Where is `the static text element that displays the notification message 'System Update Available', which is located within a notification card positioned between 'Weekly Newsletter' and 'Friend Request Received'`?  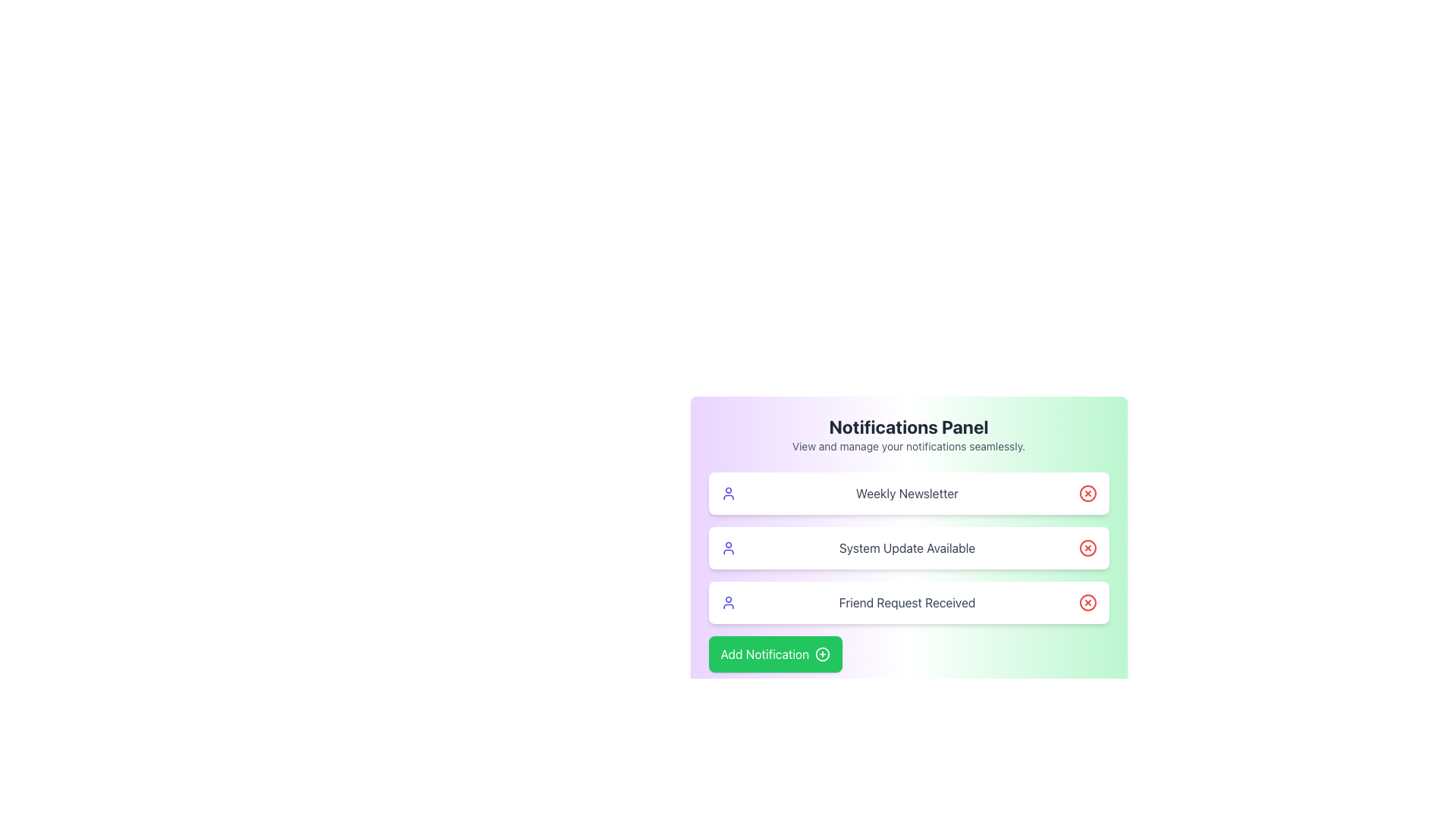 the static text element that displays the notification message 'System Update Available', which is located within a notification card positioned between 'Weekly Newsletter' and 'Friend Request Received' is located at coordinates (907, 548).